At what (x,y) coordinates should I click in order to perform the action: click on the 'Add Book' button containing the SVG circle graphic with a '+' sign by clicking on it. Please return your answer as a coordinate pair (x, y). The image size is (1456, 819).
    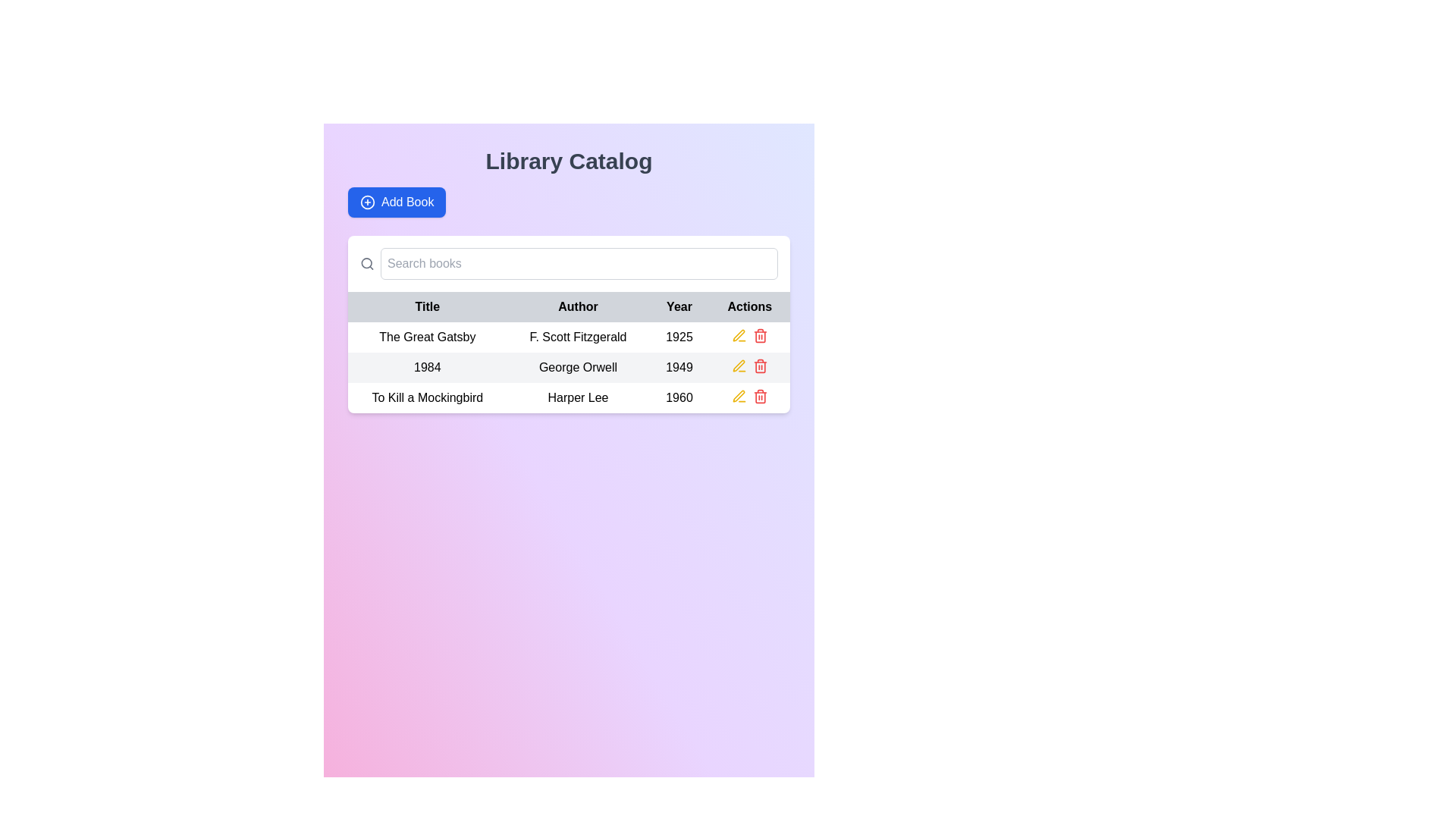
    Looking at the image, I should click on (367, 201).